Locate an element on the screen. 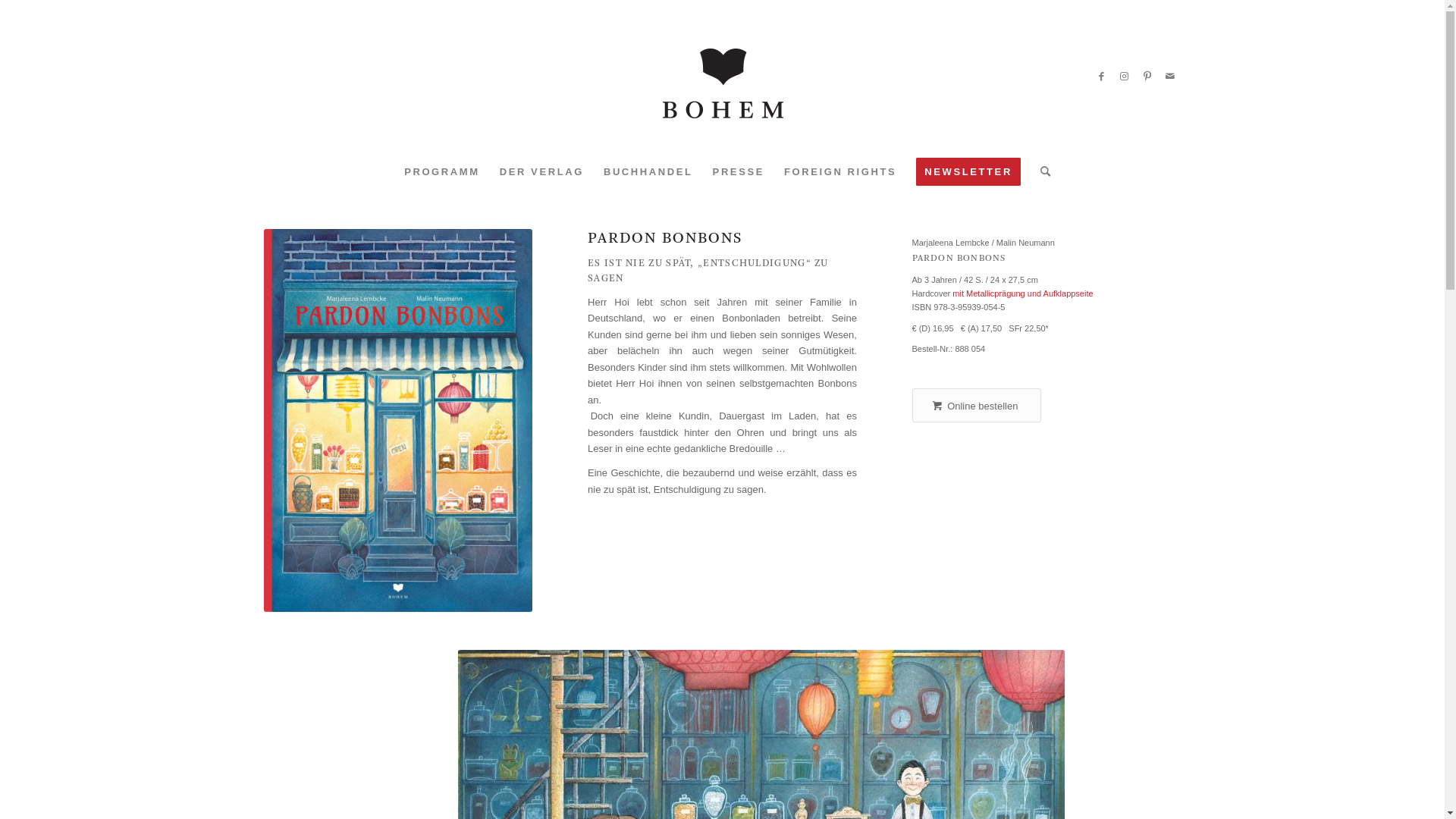  'logo-bohem' is located at coordinates (720, 76).